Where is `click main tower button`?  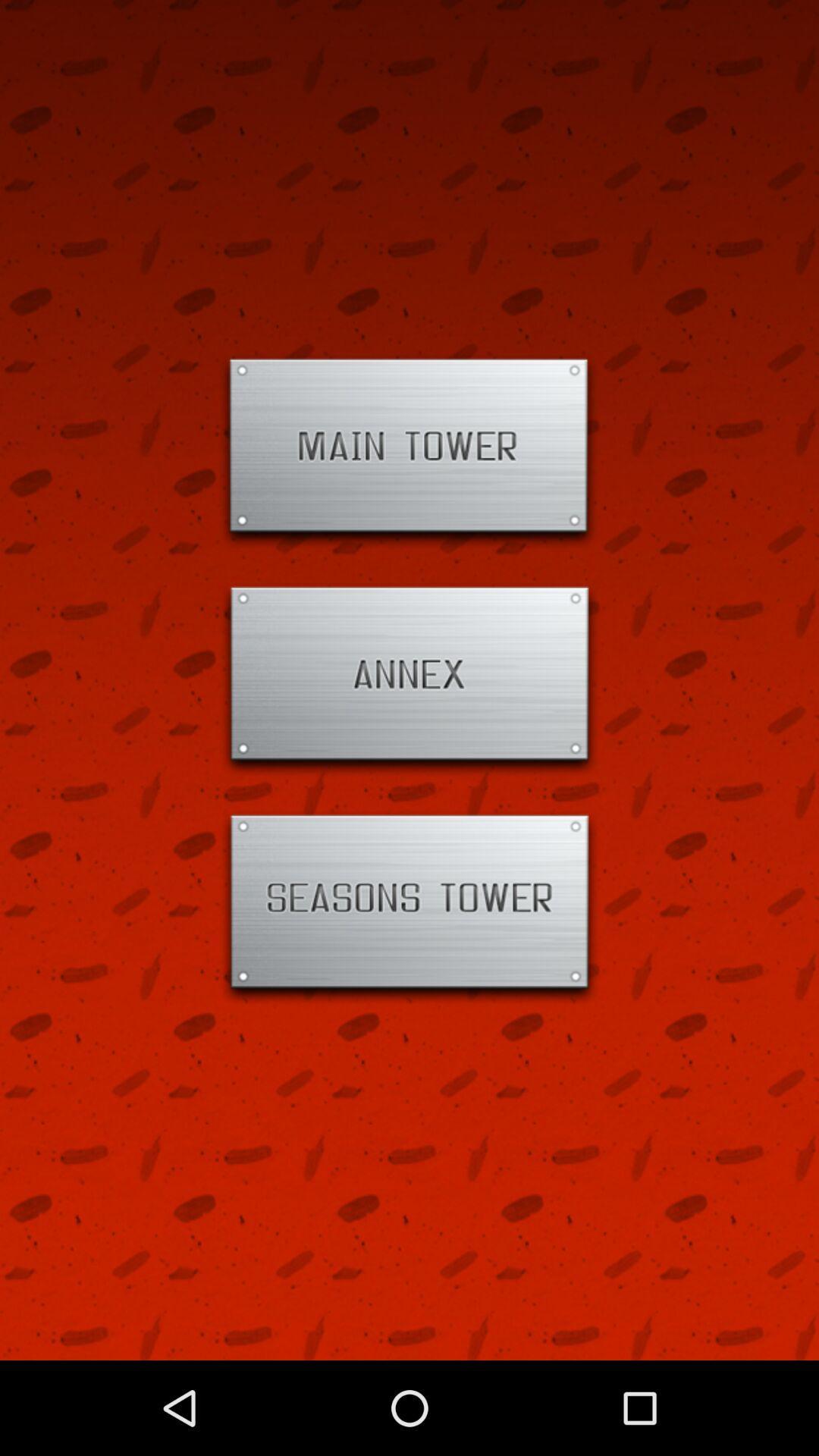 click main tower button is located at coordinates (409, 451).